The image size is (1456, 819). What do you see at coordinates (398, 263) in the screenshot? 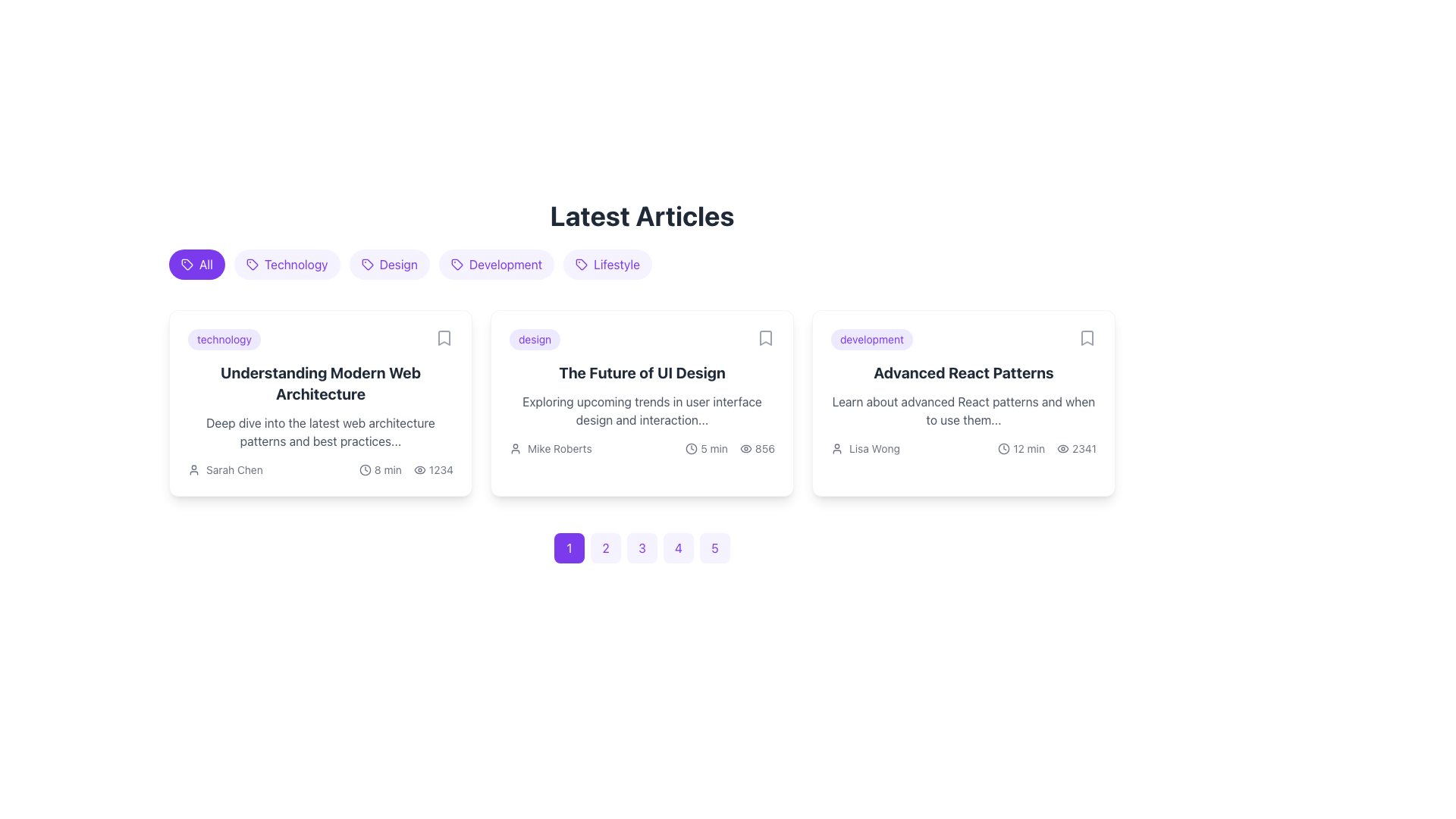
I see `the 'design' label, which is styled in capitalized purple font, to filter articles` at bounding box center [398, 263].